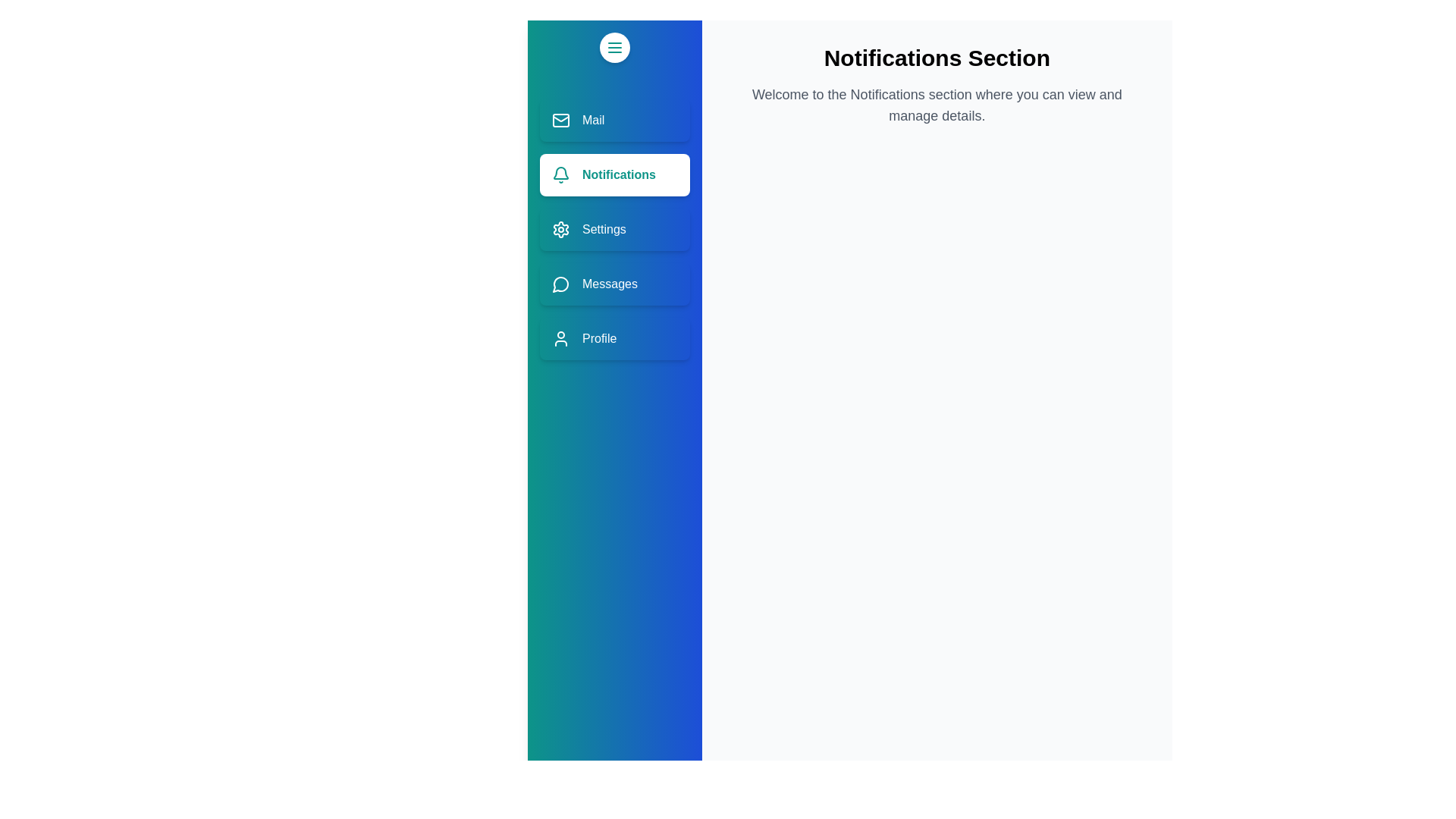  Describe the element at coordinates (614, 119) in the screenshot. I see `the section Mail from the sidebar` at that location.